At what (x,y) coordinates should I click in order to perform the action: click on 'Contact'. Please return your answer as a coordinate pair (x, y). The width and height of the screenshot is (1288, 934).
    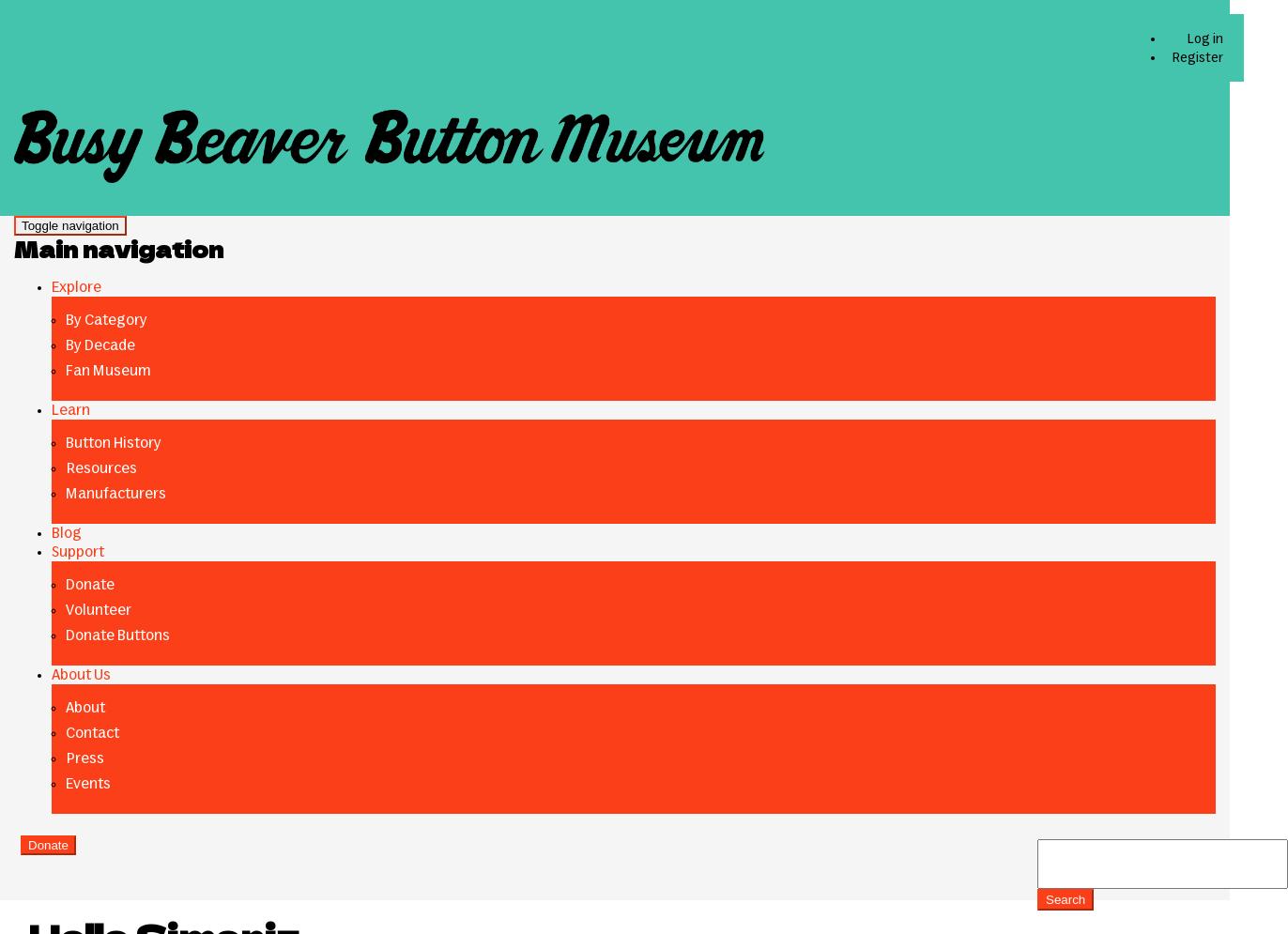
    Looking at the image, I should click on (92, 731).